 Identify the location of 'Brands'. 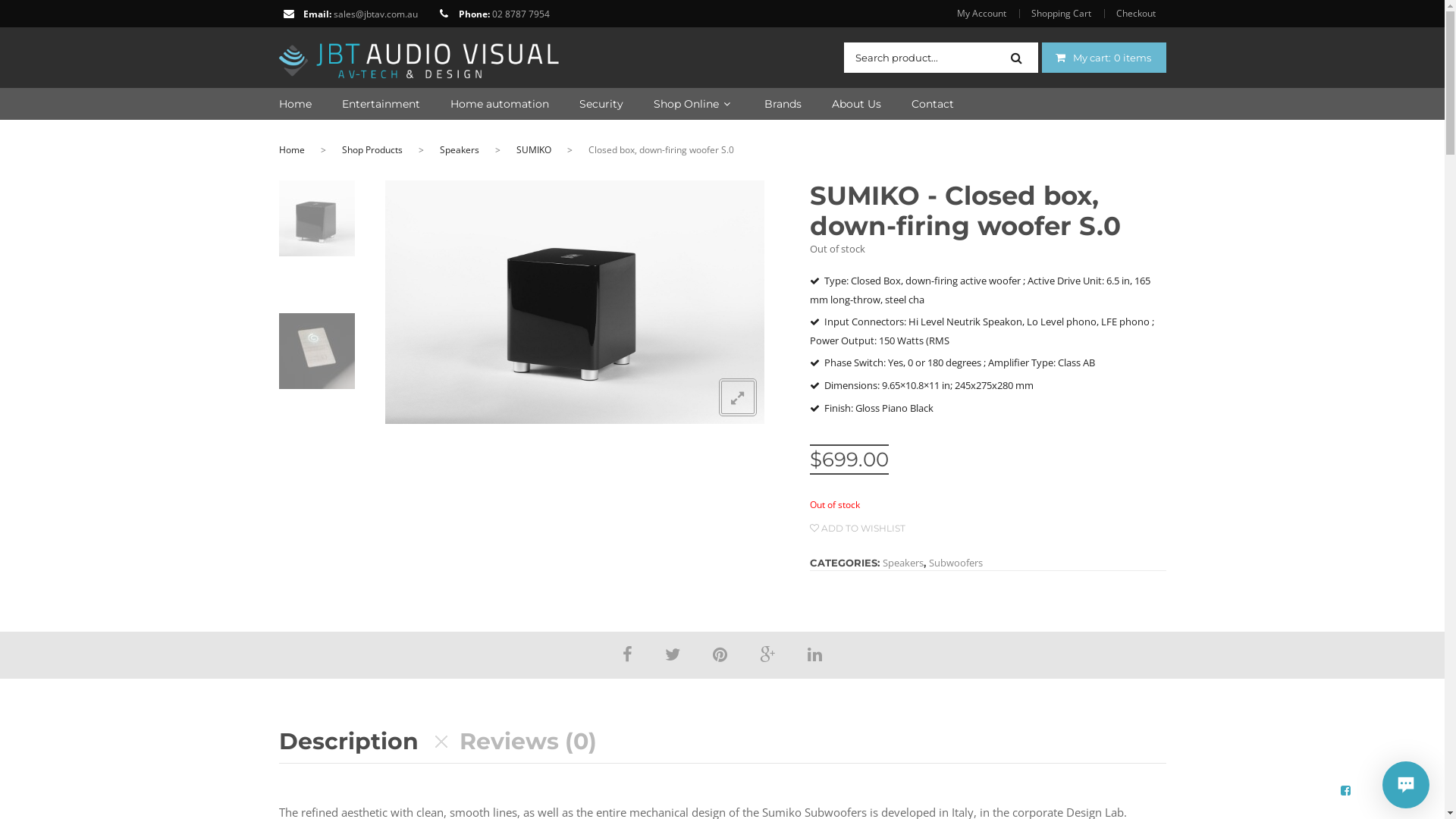
(767, 103).